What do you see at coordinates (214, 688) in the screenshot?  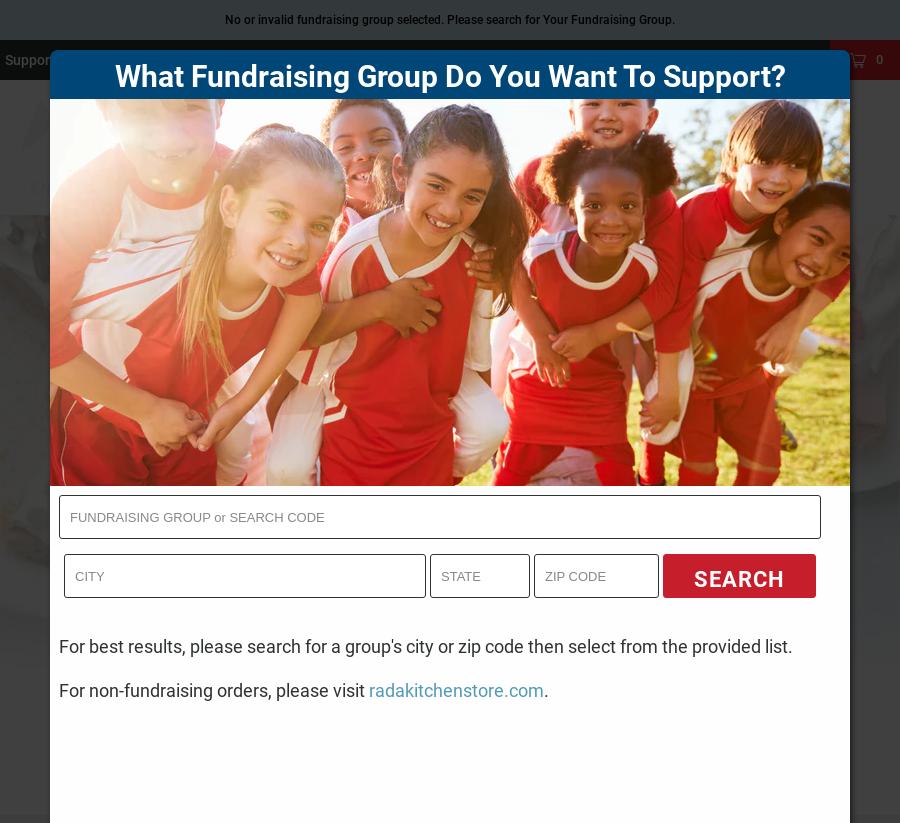 I see `'For non-fundraising orders, please visit'` at bounding box center [214, 688].